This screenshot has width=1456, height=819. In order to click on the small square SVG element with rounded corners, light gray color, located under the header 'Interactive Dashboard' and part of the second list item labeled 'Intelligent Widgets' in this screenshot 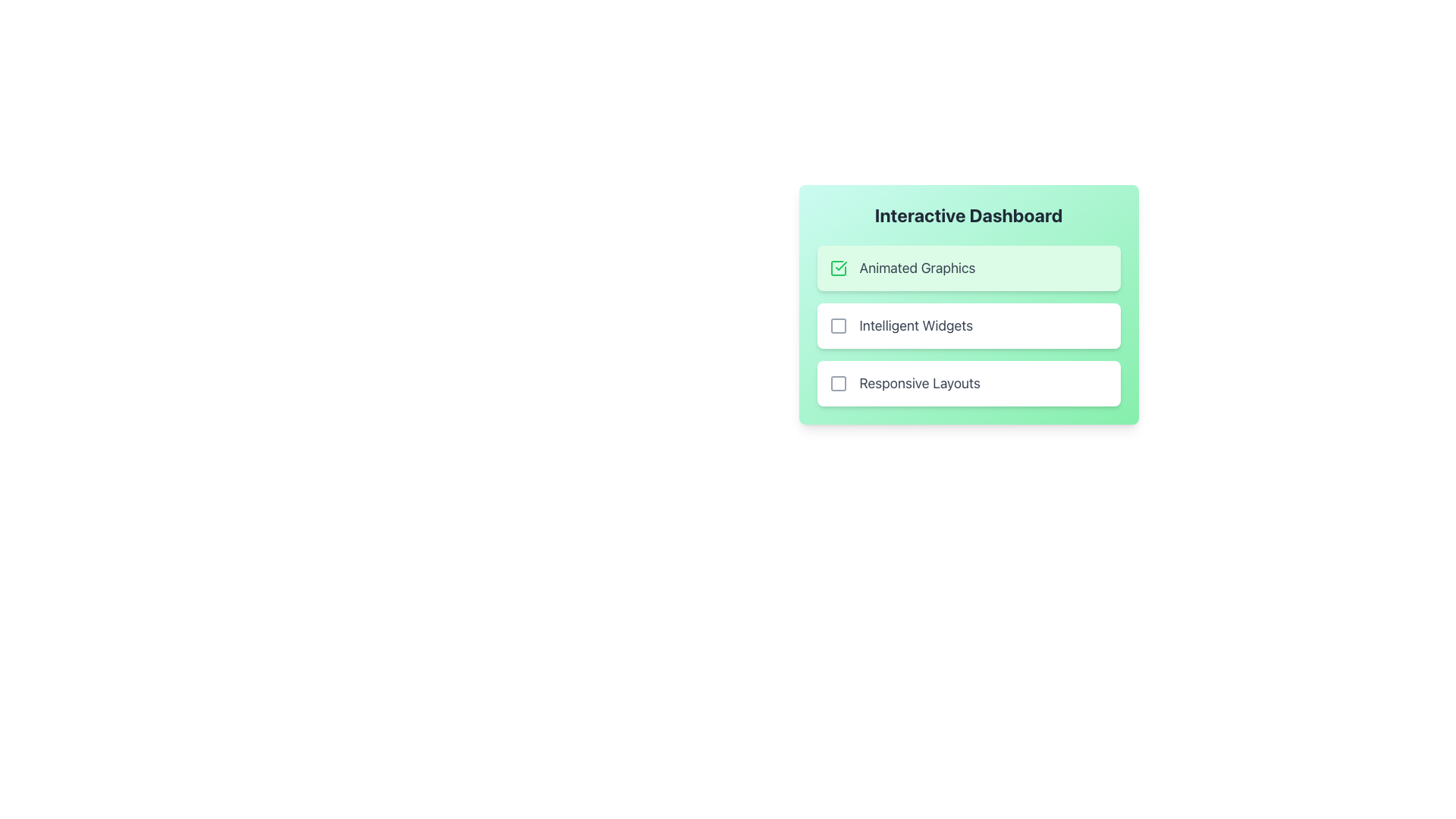, I will do `click(837, 325)`.